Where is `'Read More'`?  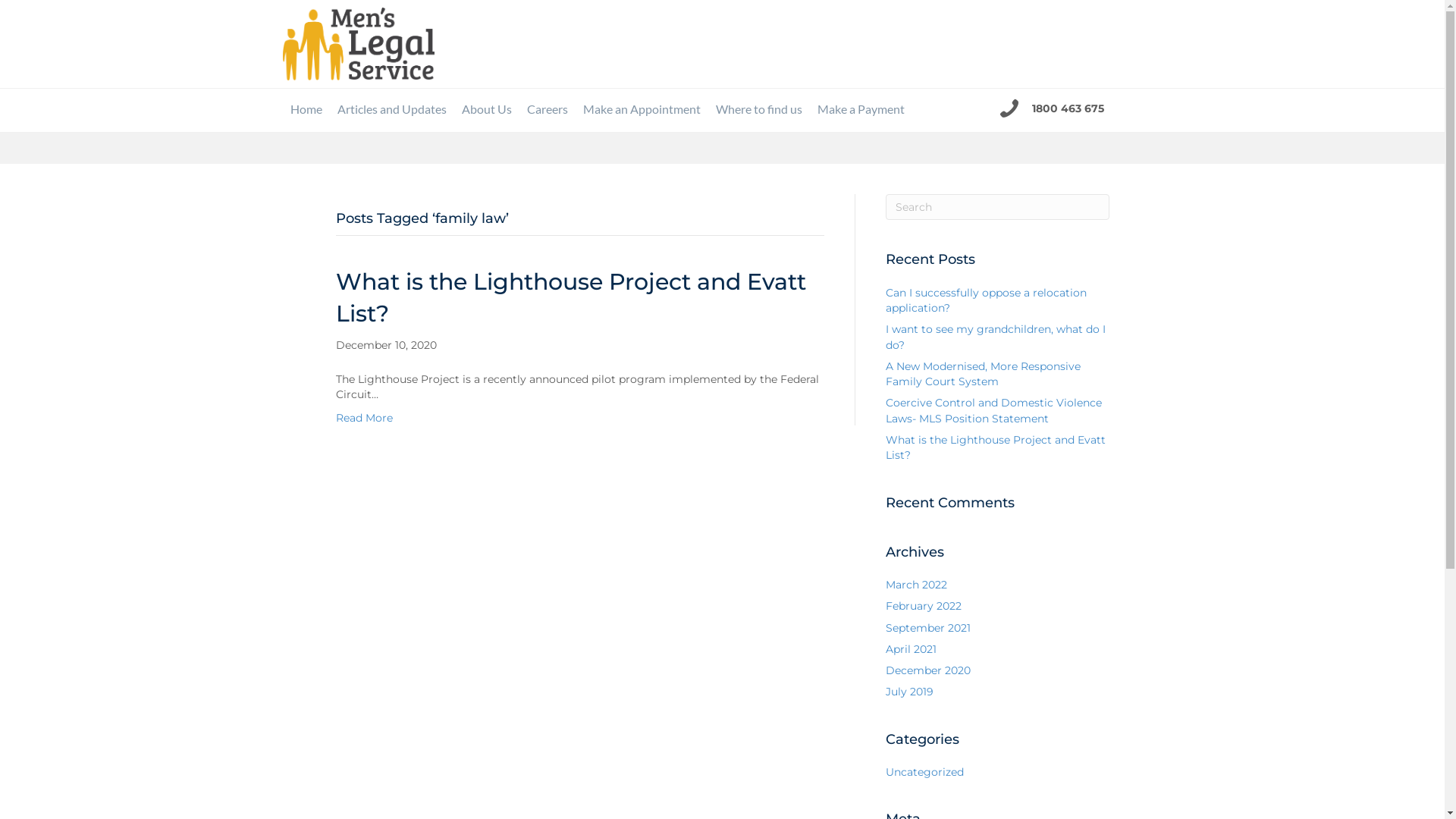 'Read More' is located at coordinates (362, 418).